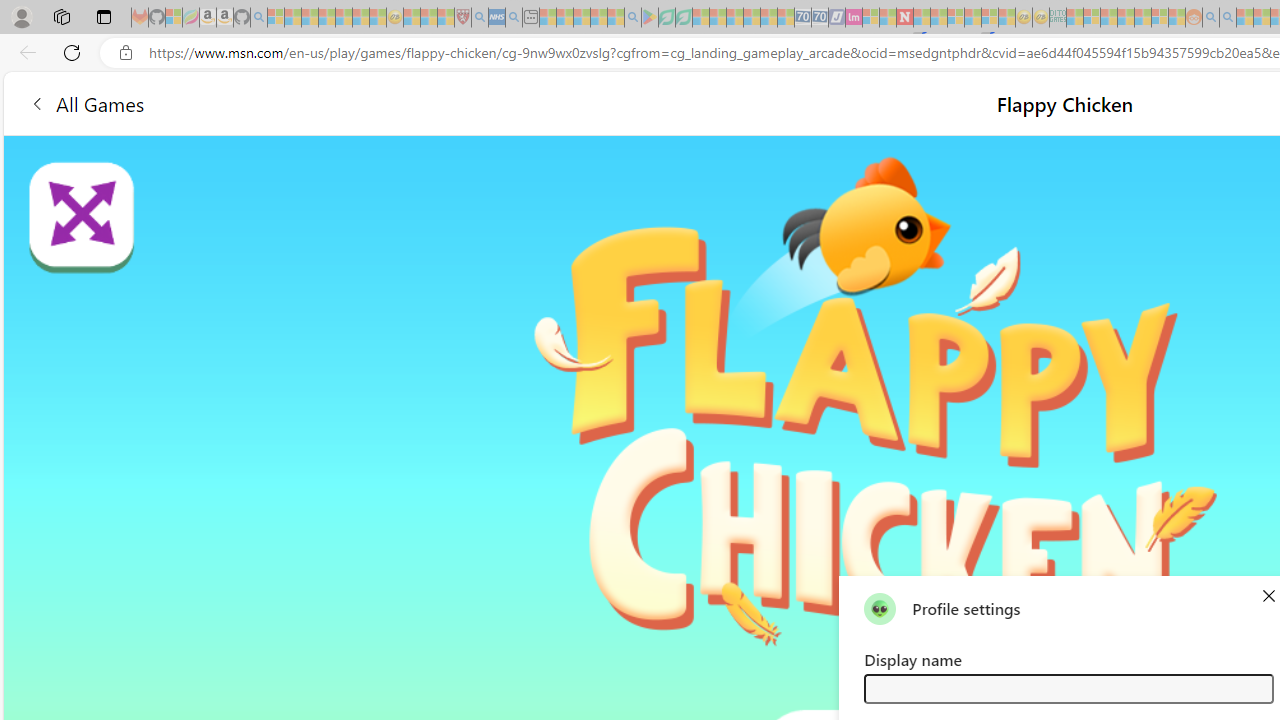 The height and width of the screenshot is (720, 1280). What do you see at coordinates (445, 17) in the screenshot?
I see `'Local - MSN - Sleeping'` at bounding box center [445, 17].